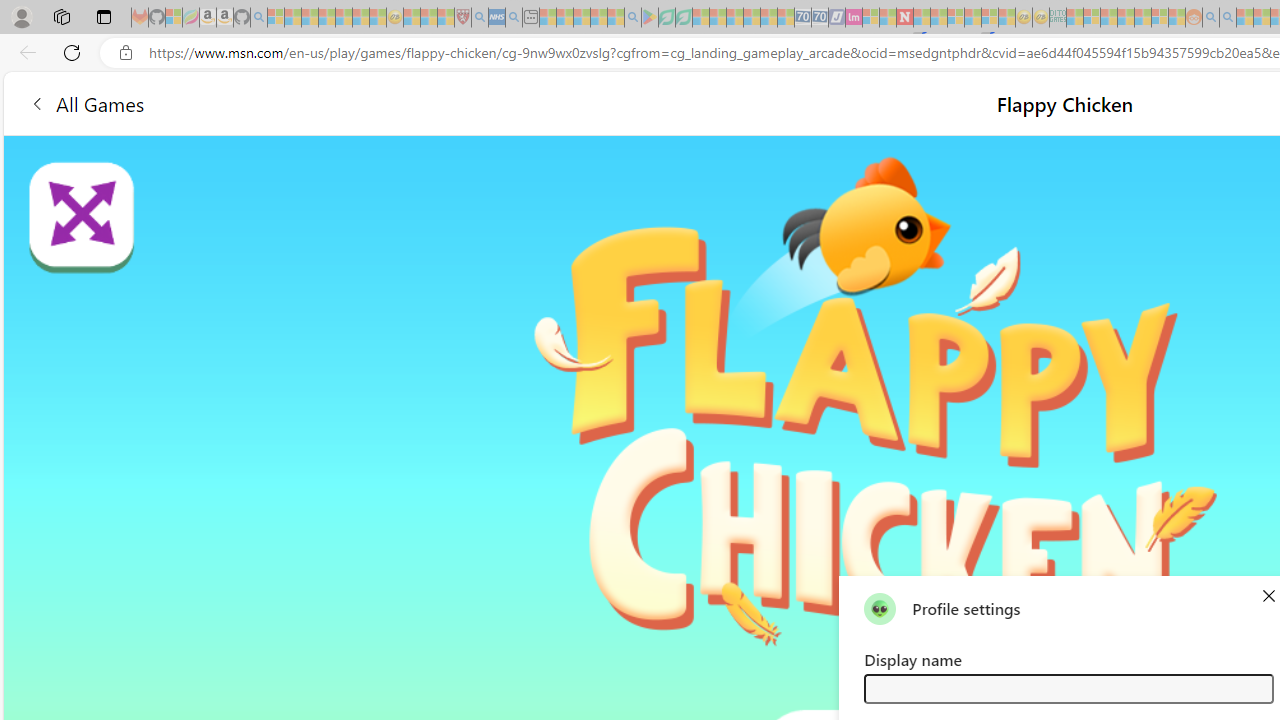 The height and width of the screenshot is (720, 1280). What do you see at coordinates (445, 17) in the screenshot?
I see `'Local - MSN - Sleeping'` at bounding box center [445, 17].